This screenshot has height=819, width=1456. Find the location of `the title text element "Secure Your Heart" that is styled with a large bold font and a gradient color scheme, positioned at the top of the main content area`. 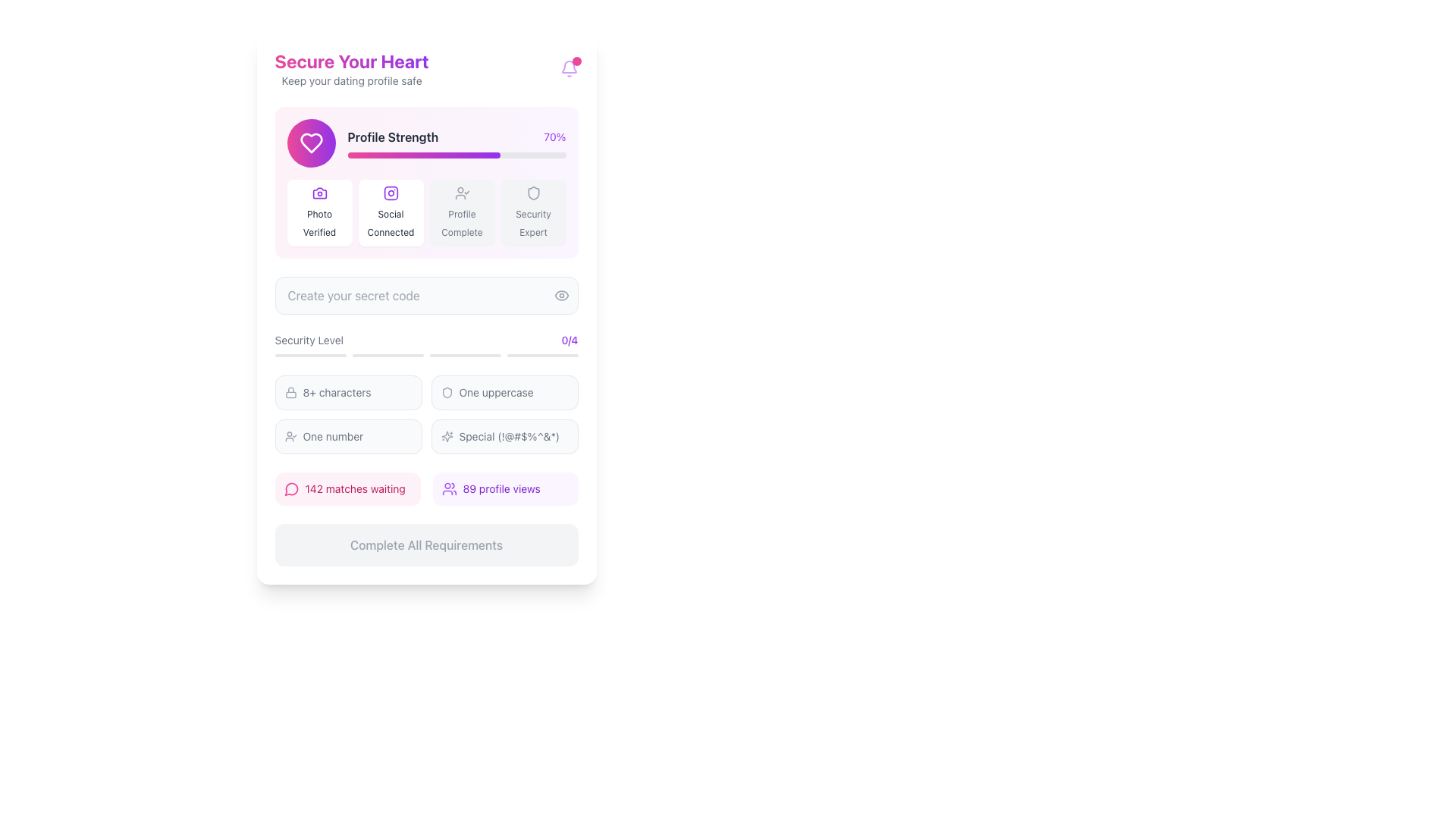

the title text element "Secure Your Heart" that is styled with a large bold font and a gradient color scheme, positioned at the top of the main content area is located at coordinates (351, 61).